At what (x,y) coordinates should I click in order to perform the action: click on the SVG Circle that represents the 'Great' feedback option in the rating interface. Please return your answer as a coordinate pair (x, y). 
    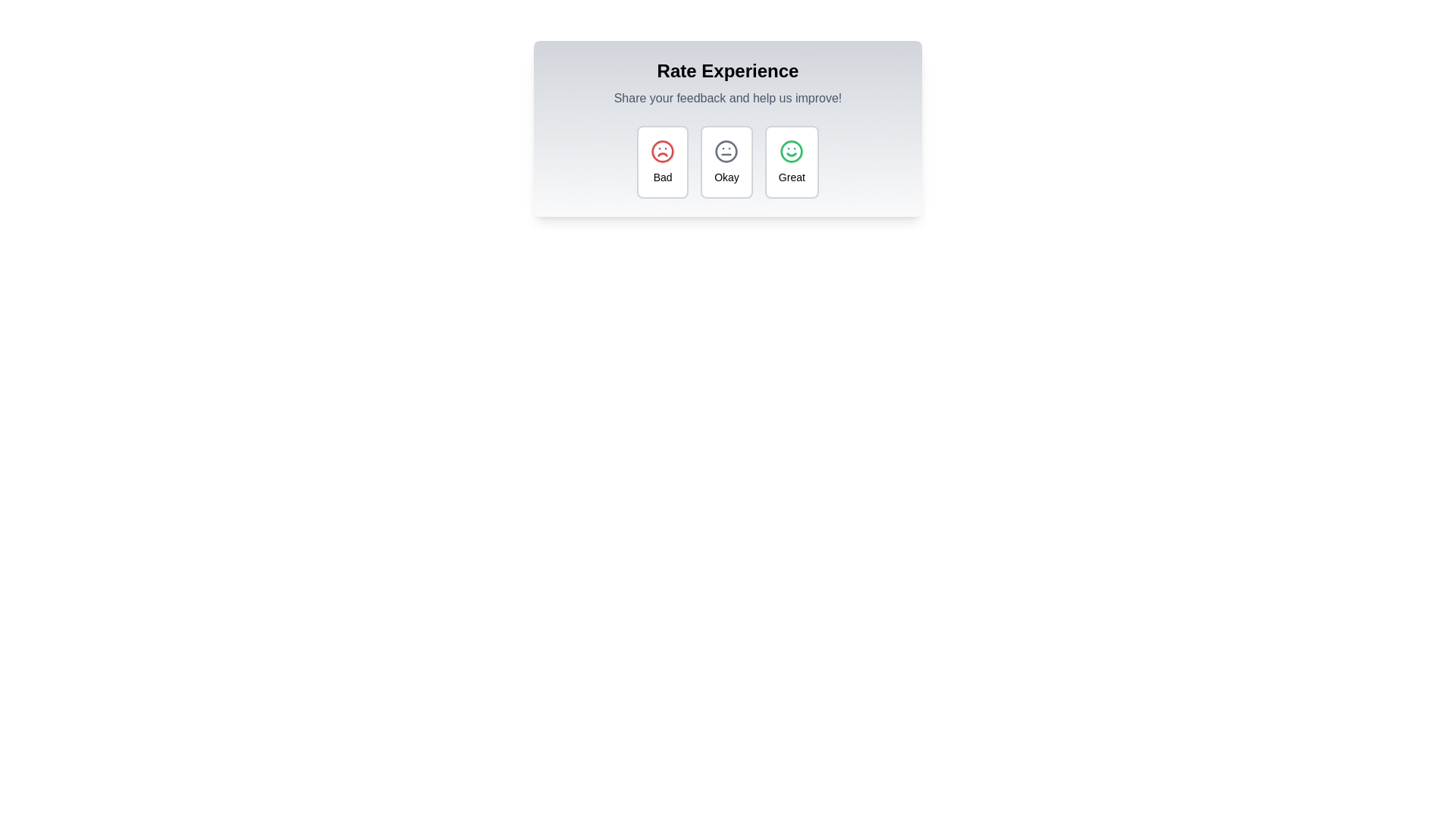
    Looking at the image, I should click on (791, 152).